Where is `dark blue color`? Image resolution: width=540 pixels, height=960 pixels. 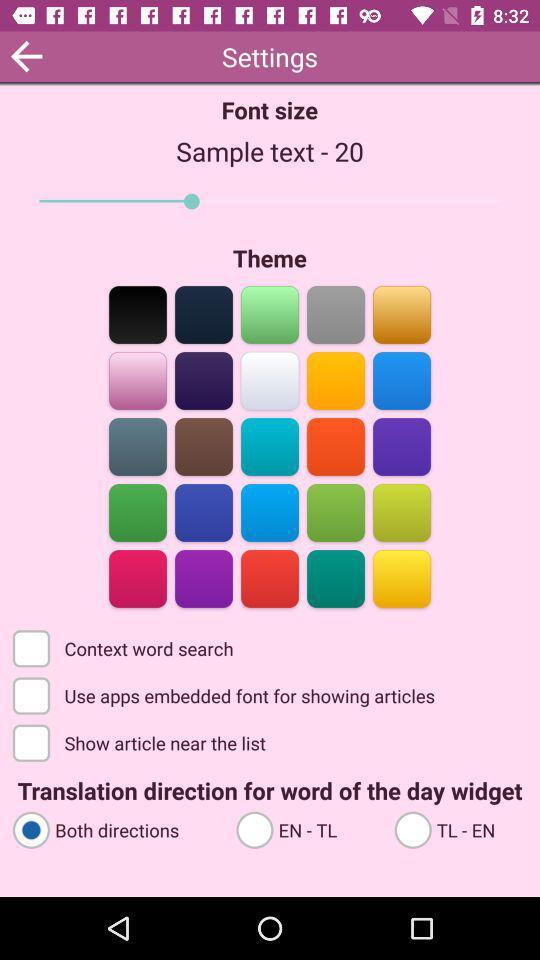 dark blue color is located at coordinates (203, 510).